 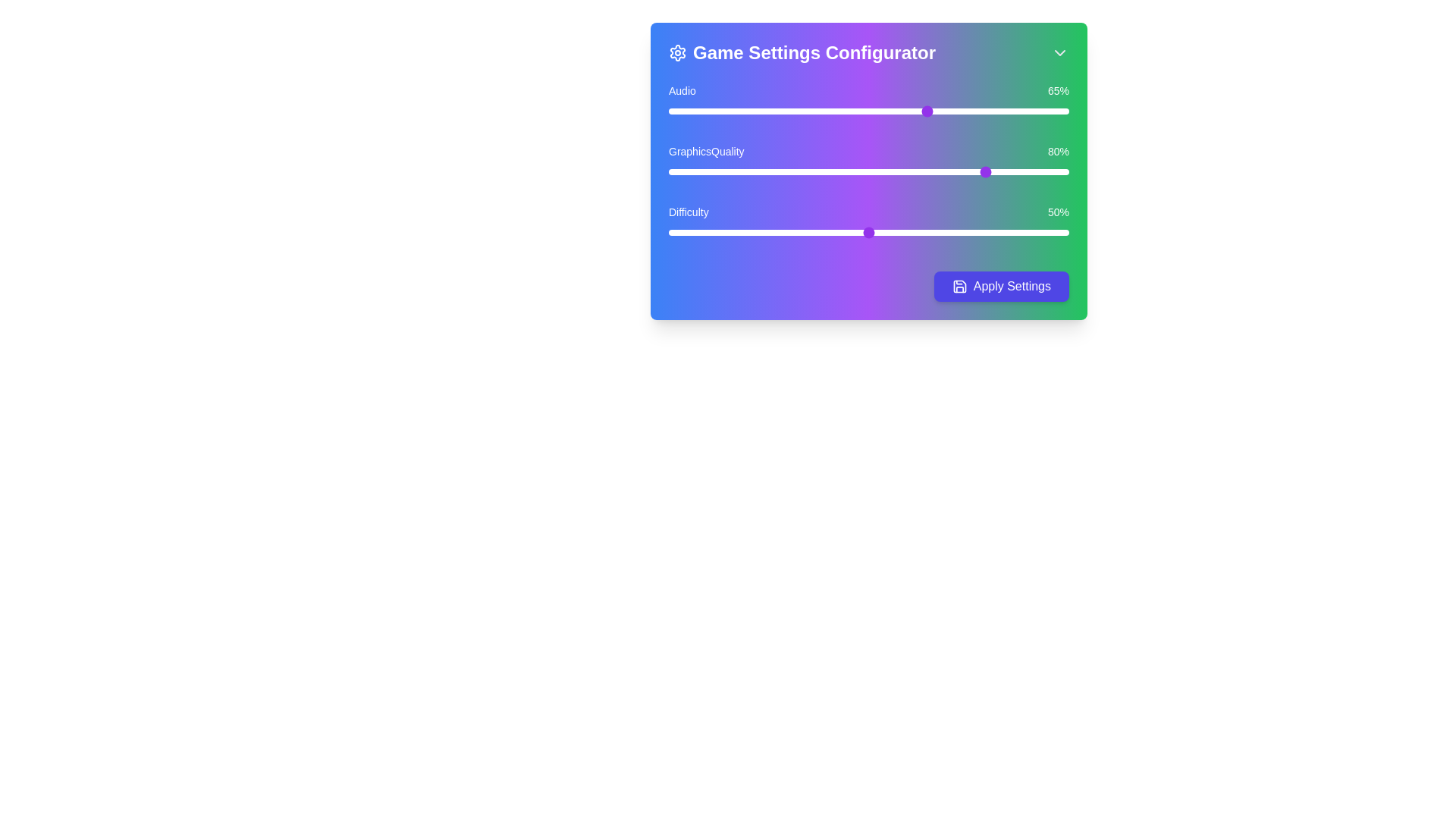 I want to click on the Text Label indicating the graphics quality setting in the Game Settings Configurator, positioned between the Audio and Difficulty sliders, so click(x=705, y=152).